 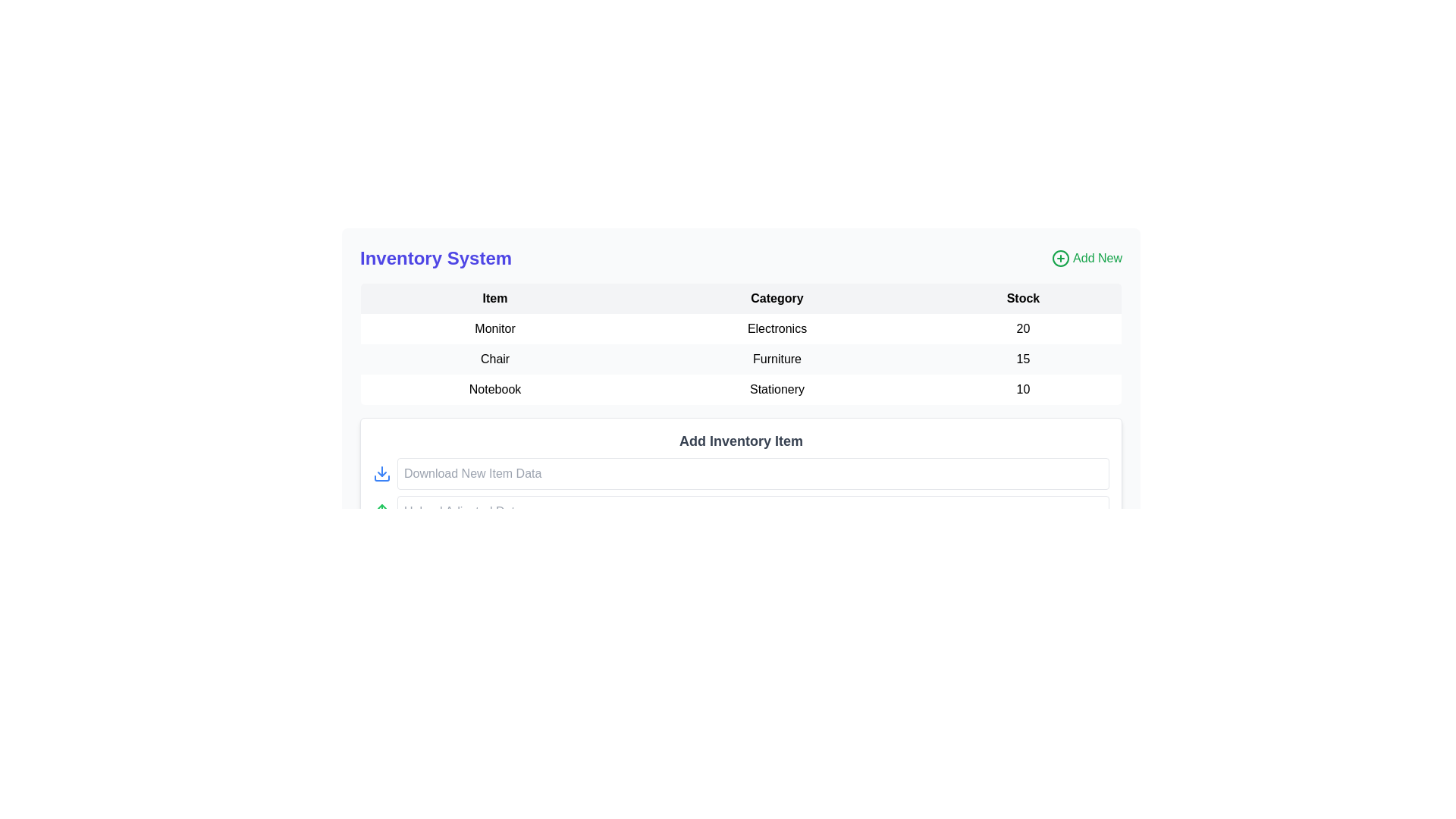 I want to click on the 'Item' text label, which is the first header in a table with a light gray background, displaying in bold black font, so click(x=494, y=298).